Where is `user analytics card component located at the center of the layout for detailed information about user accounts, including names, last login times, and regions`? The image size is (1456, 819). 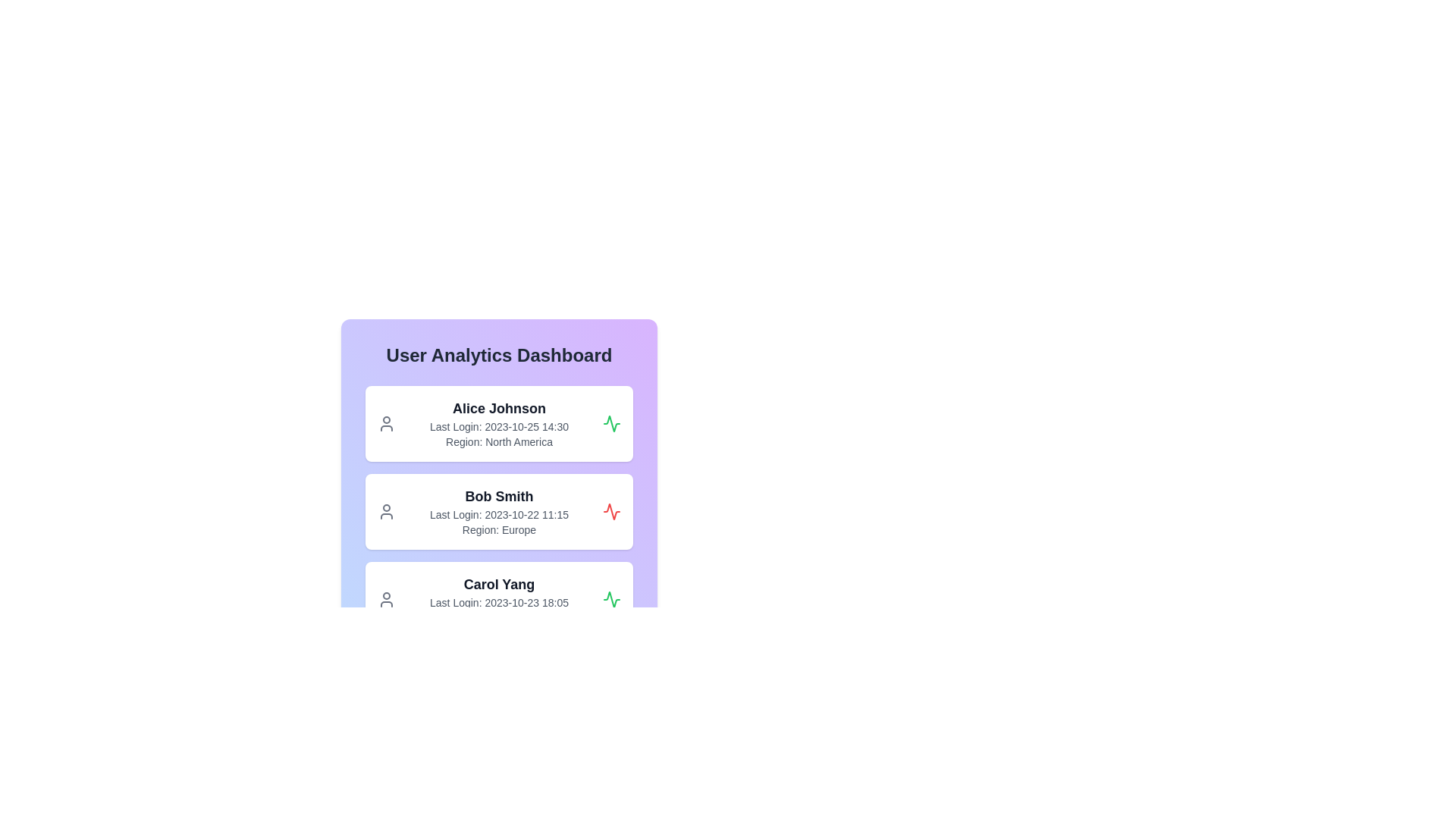
user analytics card component located at the center of the layout for detailed information about user accounts, including names, last login times, and regions is located at coordinates (499, 491).